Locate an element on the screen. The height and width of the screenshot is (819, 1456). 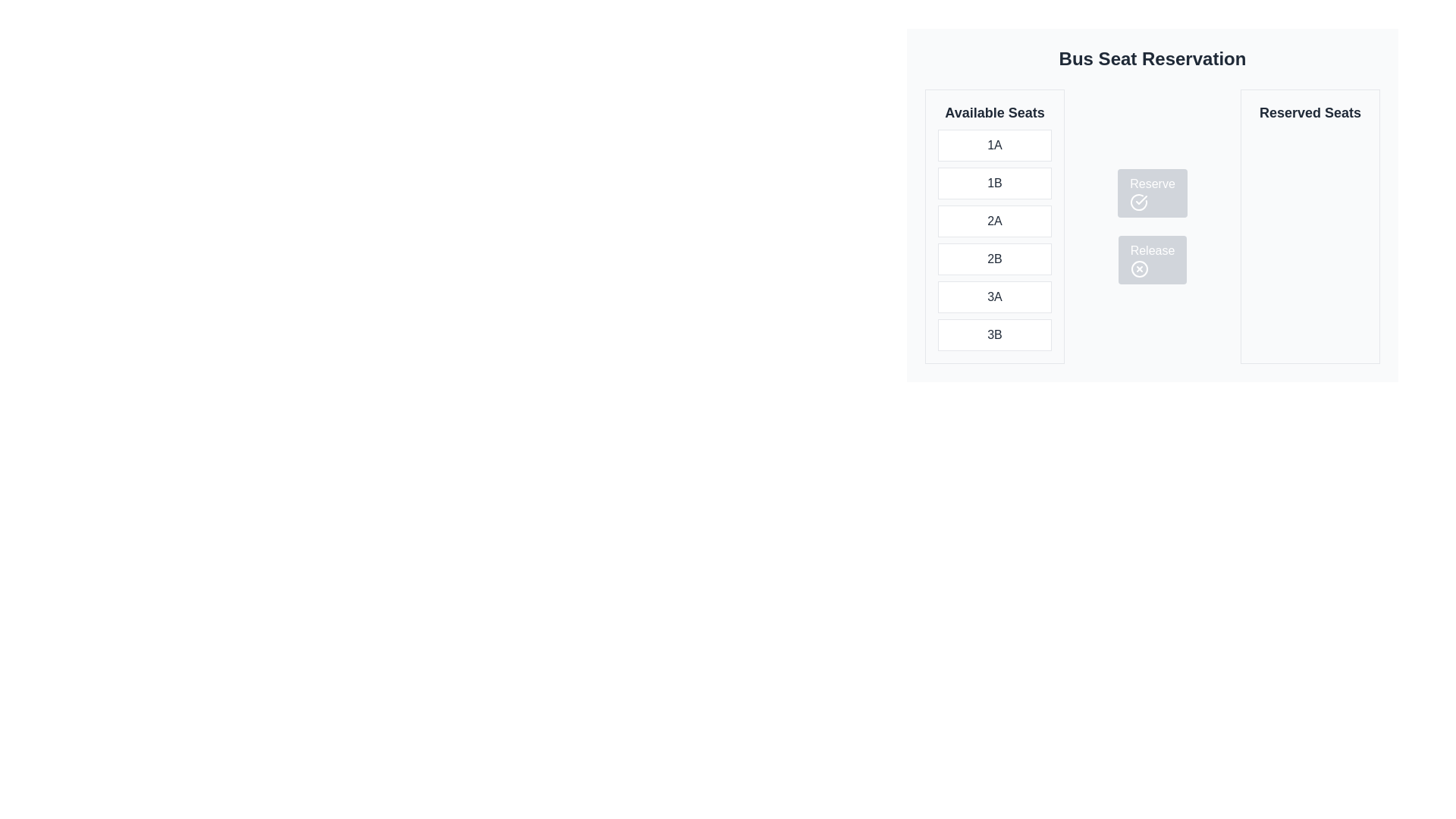
the selectable seat option labeled '3B' in the bus seat reservation interface is located at coordinates (994, 334).